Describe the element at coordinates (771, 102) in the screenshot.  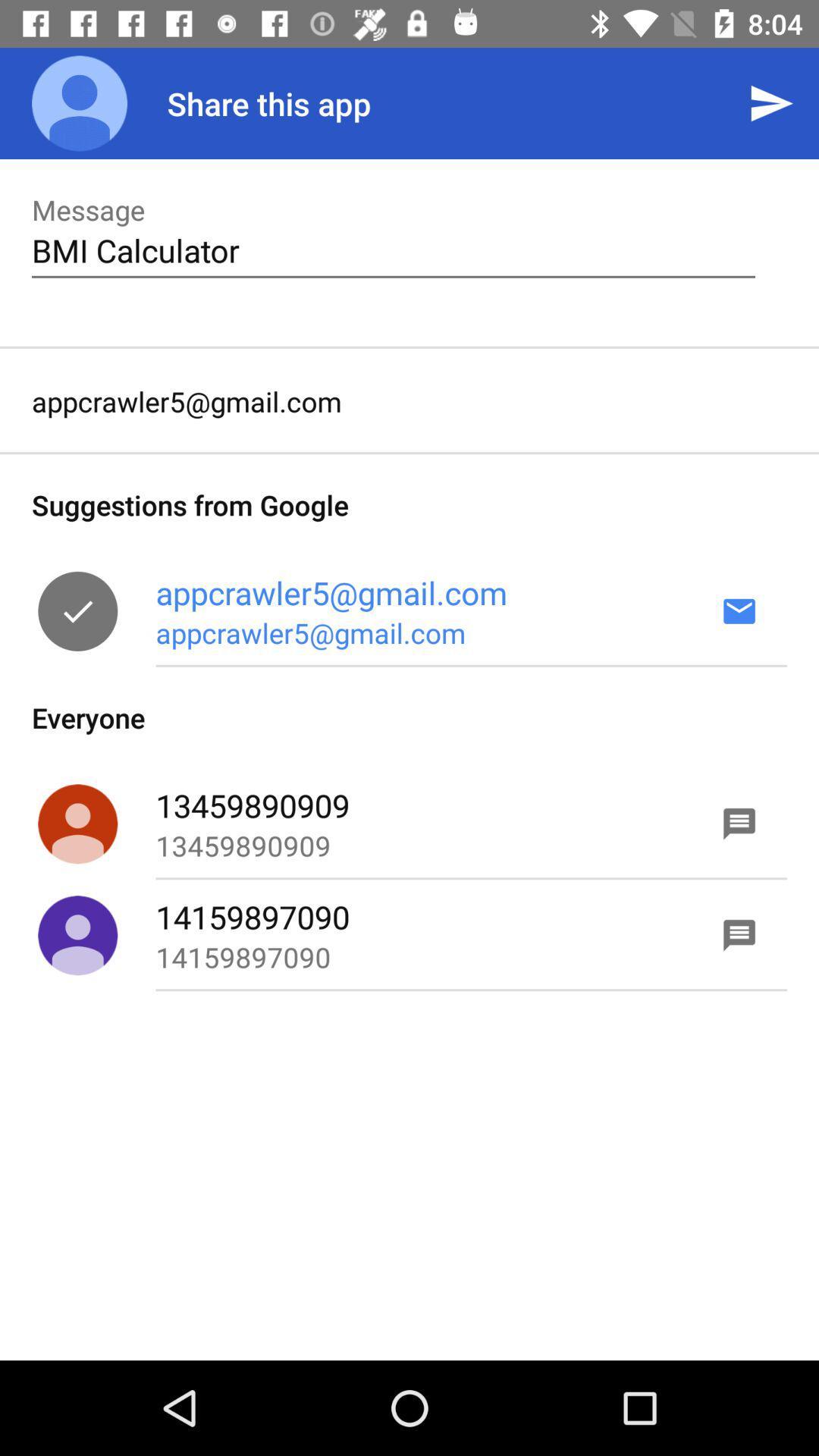
I see `the icon at the top right corner` at that location.